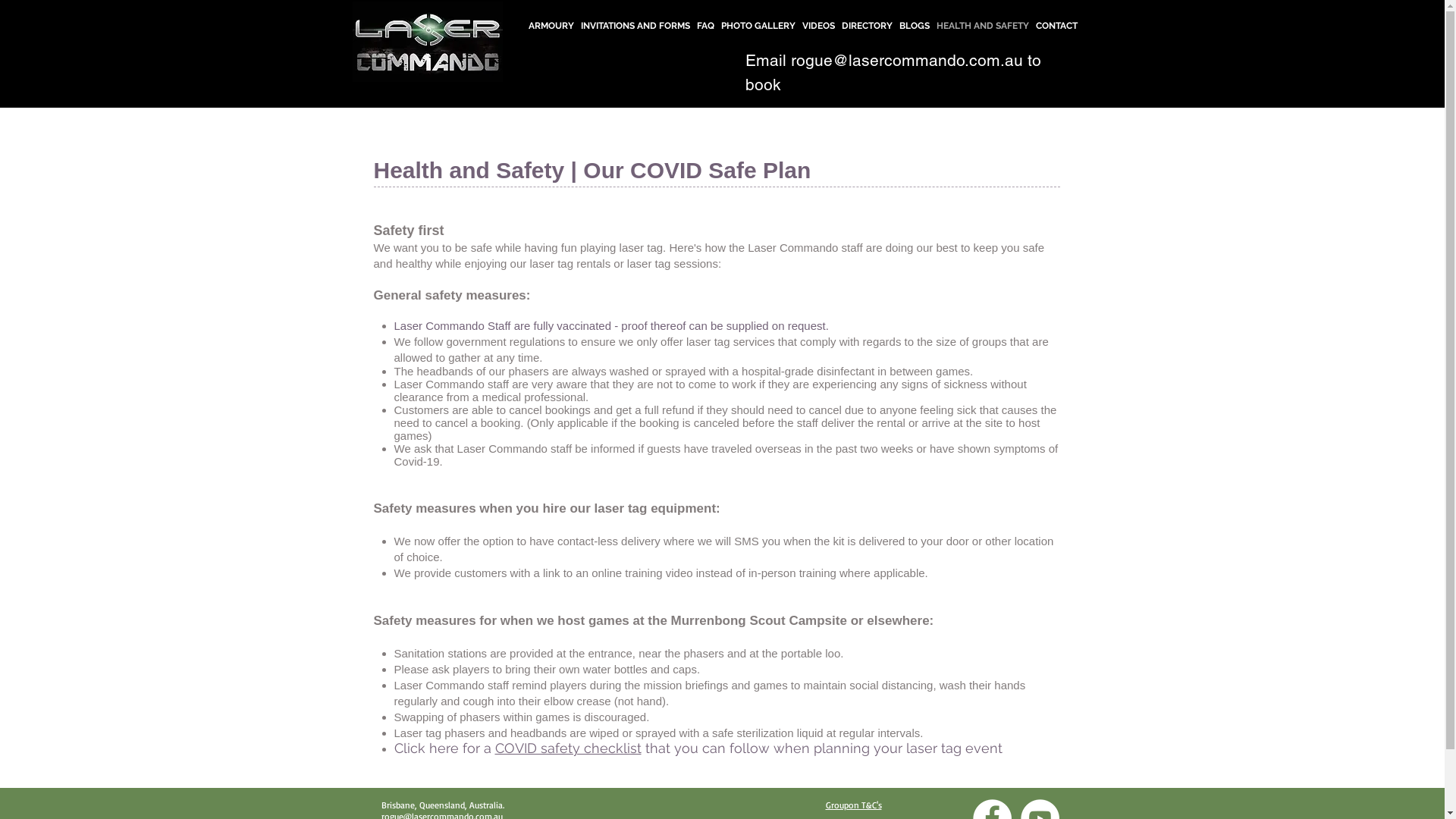 The image size is (1456, 819). Describe the element at coordinates (1056, 26) in the screenshot. I see `'CONTACT'` at that location.